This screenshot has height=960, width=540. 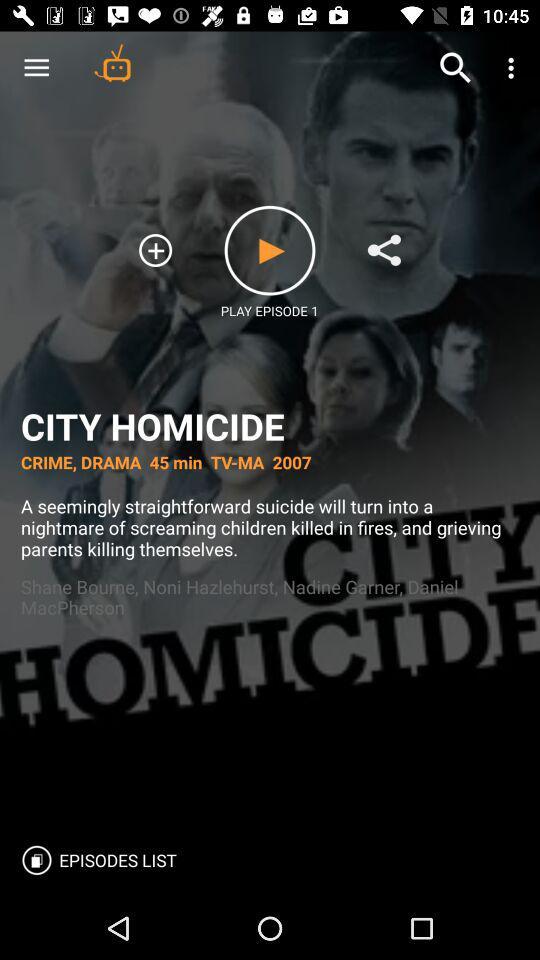 I want to click on video, so click(x=270, y=249).